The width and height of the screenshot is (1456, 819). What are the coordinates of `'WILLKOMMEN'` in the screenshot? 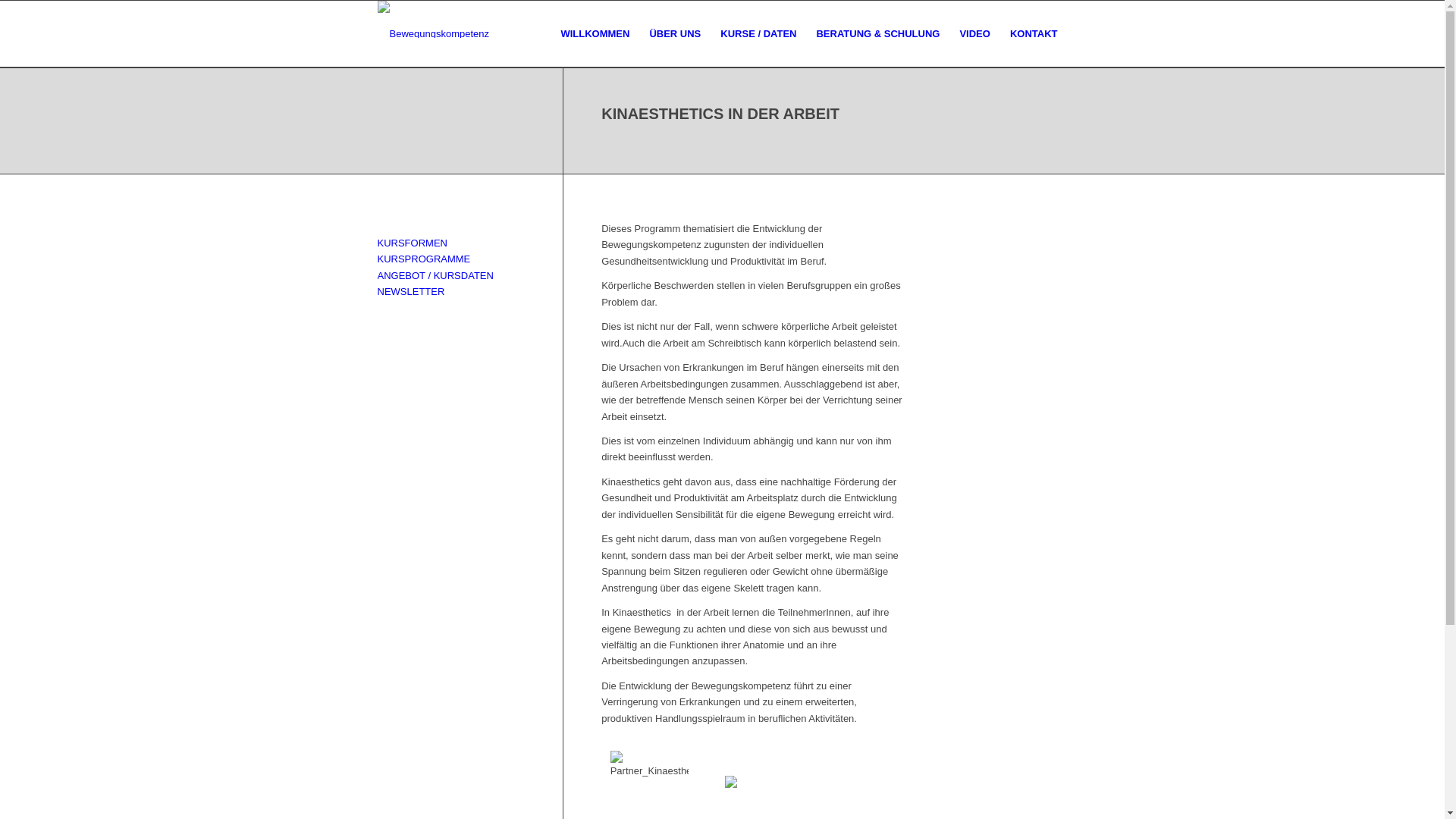 It's located at (549, 34).